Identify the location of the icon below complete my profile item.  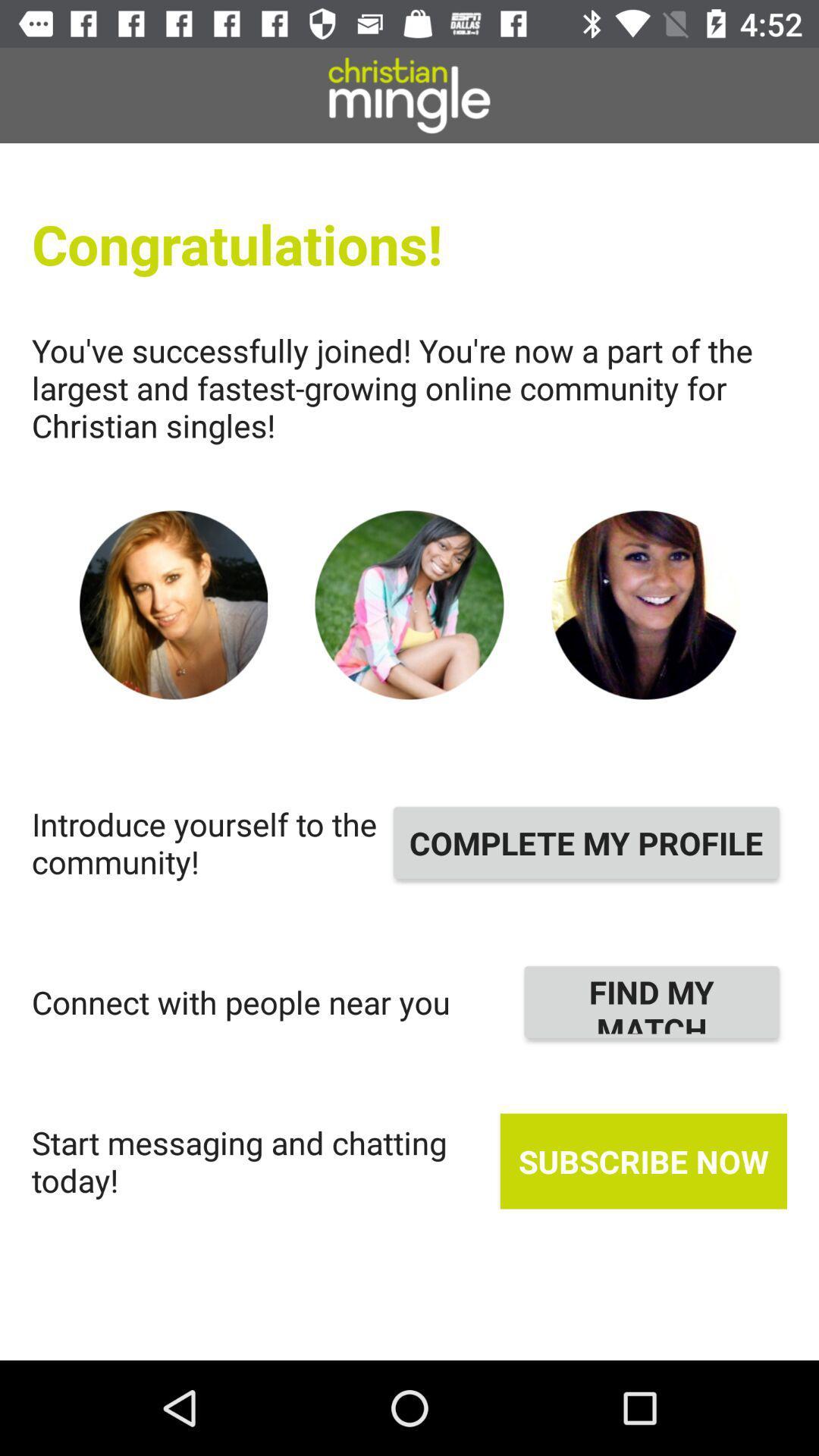
(651, 1002).